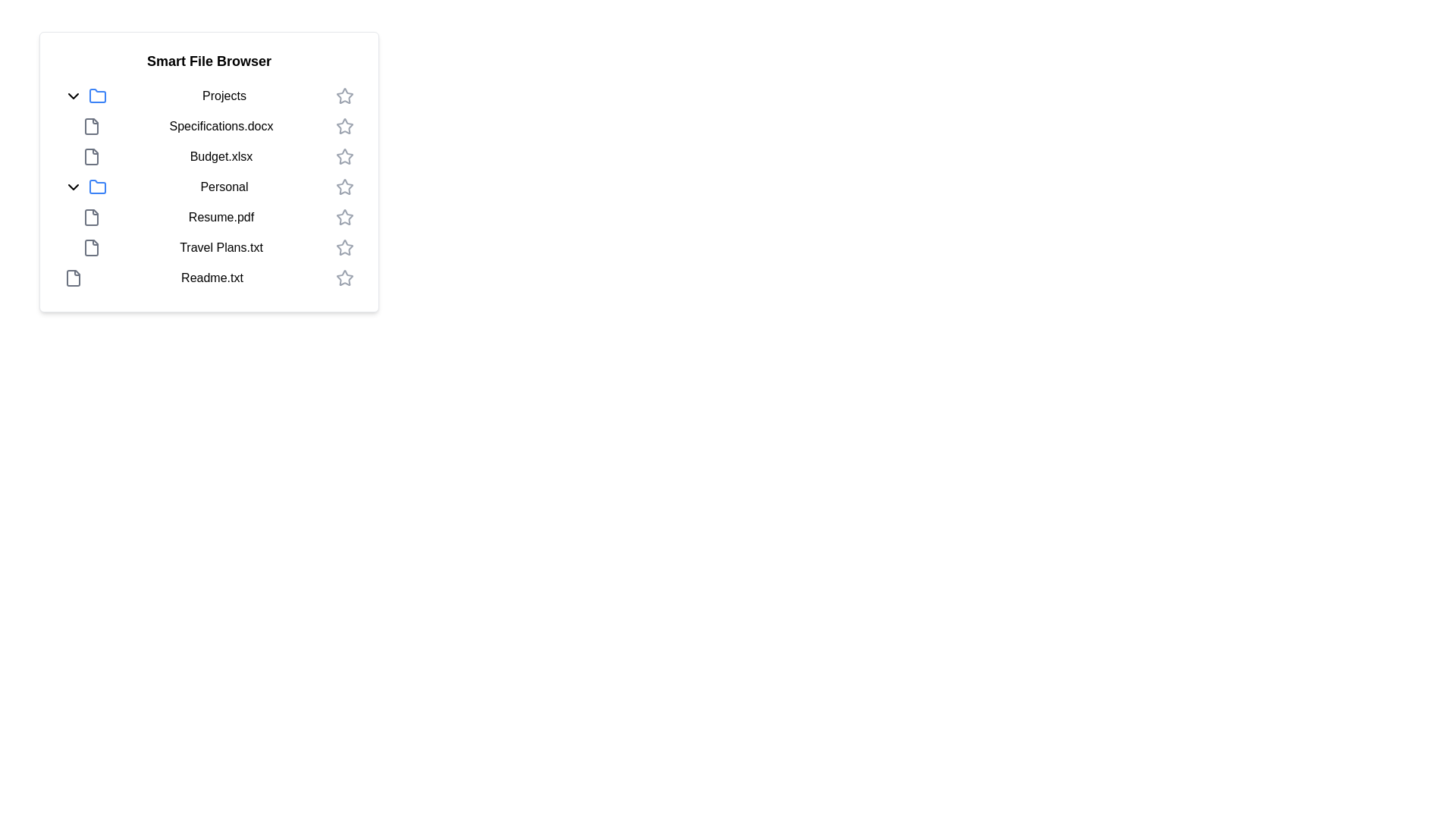 This screenshot has height=819, width=1456. Describe the element at coordinates (221, 157) in the screenshot. I see `the text label for the file named 'Budget.xlsx'` at that location.